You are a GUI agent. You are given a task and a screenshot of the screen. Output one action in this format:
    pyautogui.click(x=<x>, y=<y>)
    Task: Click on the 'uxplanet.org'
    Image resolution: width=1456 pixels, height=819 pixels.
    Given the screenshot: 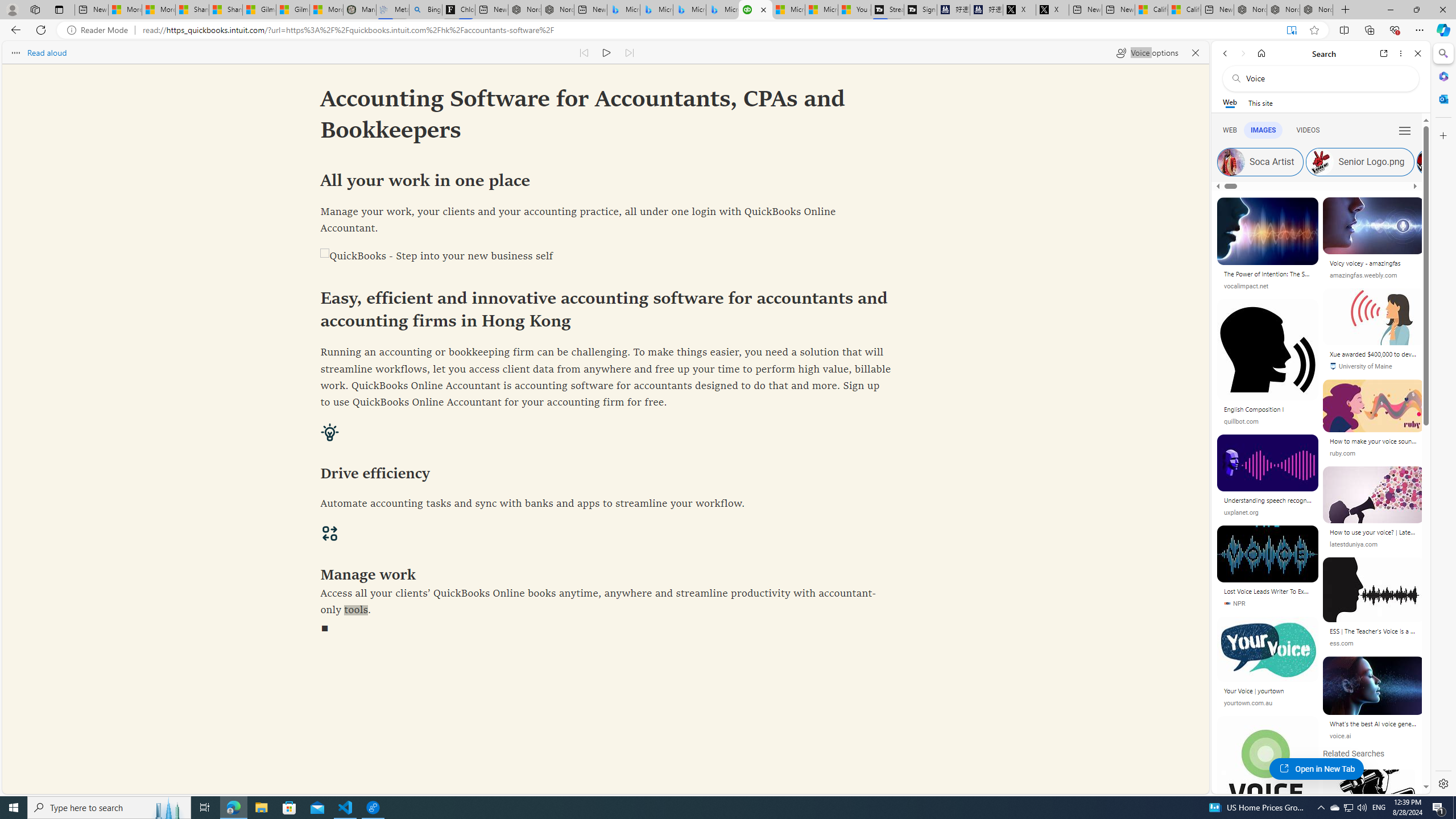 What is the action you would take?
    pyautogui.click(x=1240, y=512)
    